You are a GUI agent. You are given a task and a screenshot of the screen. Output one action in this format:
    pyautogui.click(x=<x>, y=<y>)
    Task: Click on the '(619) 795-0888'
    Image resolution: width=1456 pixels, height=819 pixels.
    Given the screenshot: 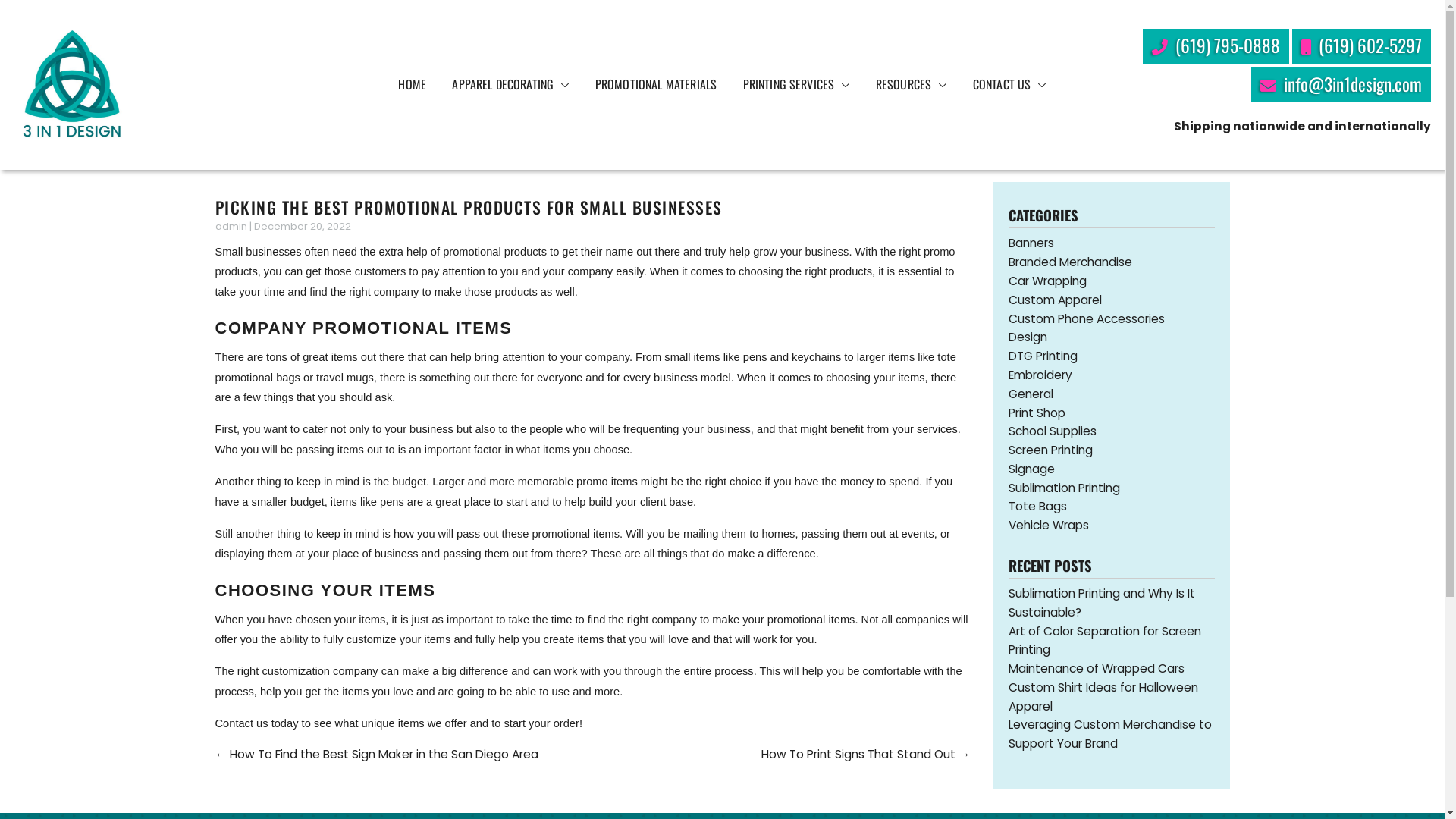 What is the action you would take?
    pyautogui.click(x=1215, y=45)
    